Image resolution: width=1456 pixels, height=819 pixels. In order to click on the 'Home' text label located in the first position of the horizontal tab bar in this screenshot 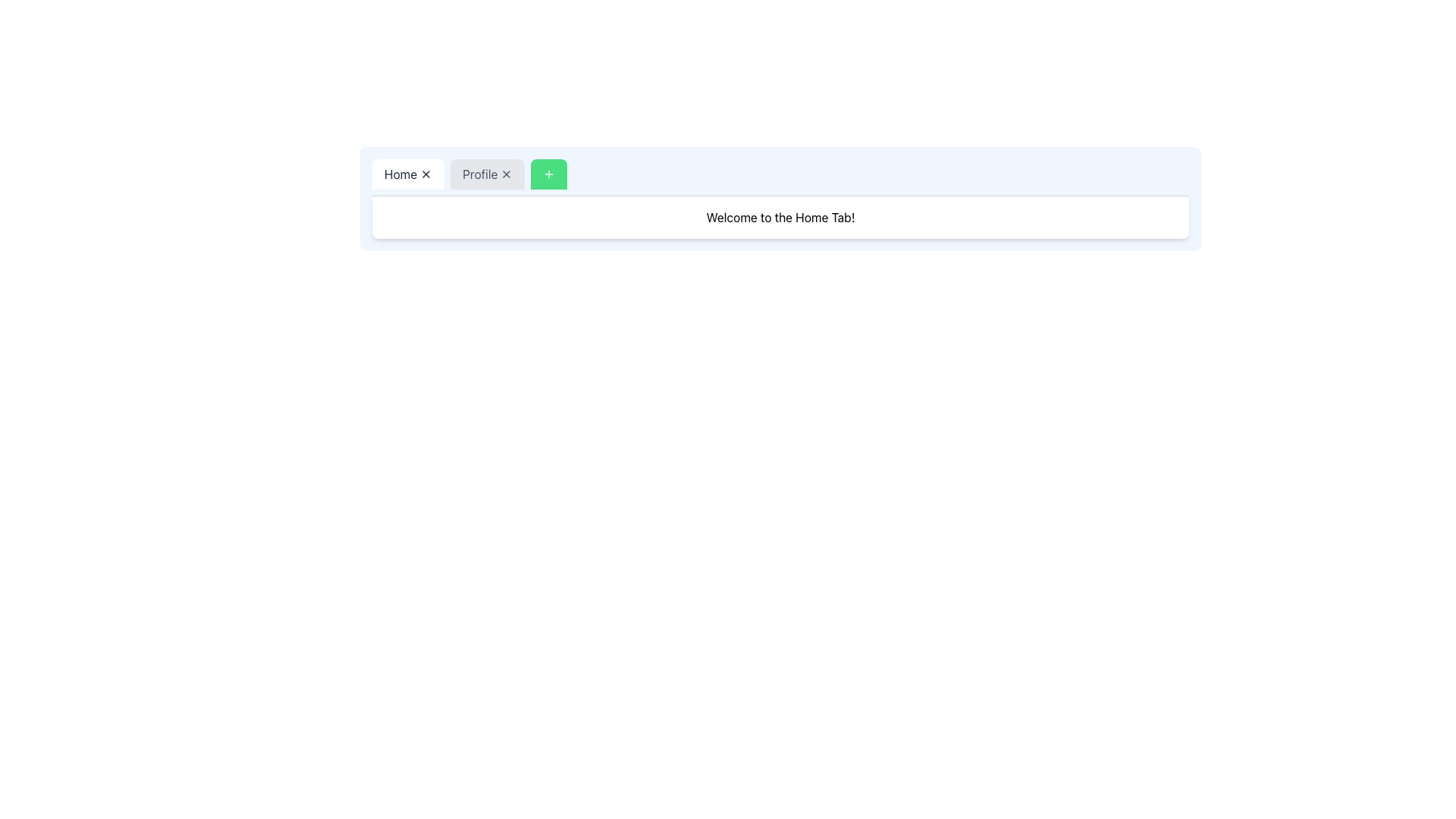, I will do `click(400, 174)`.